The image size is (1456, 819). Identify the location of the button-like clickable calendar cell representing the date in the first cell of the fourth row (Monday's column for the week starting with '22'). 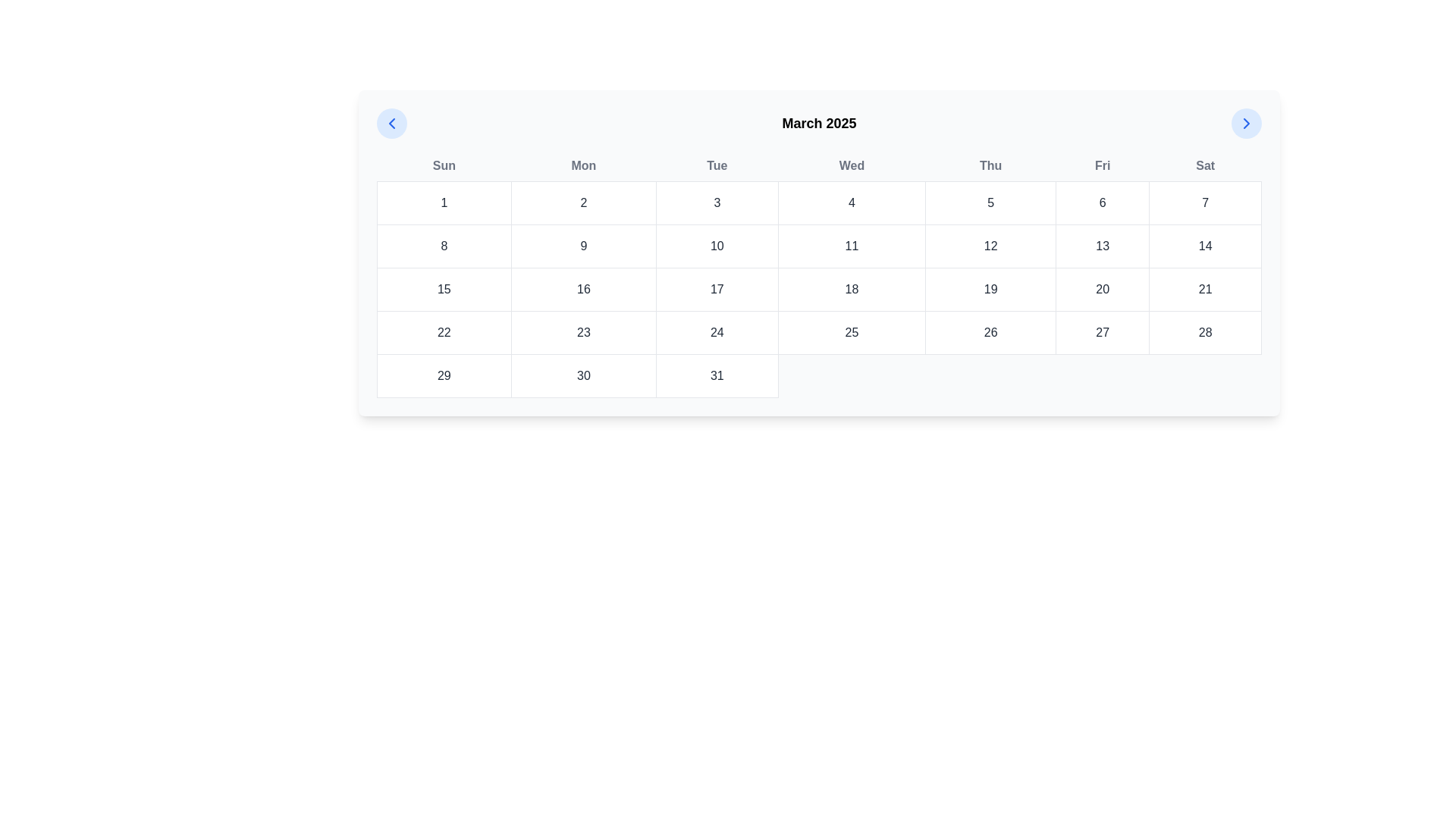
(443, 332).